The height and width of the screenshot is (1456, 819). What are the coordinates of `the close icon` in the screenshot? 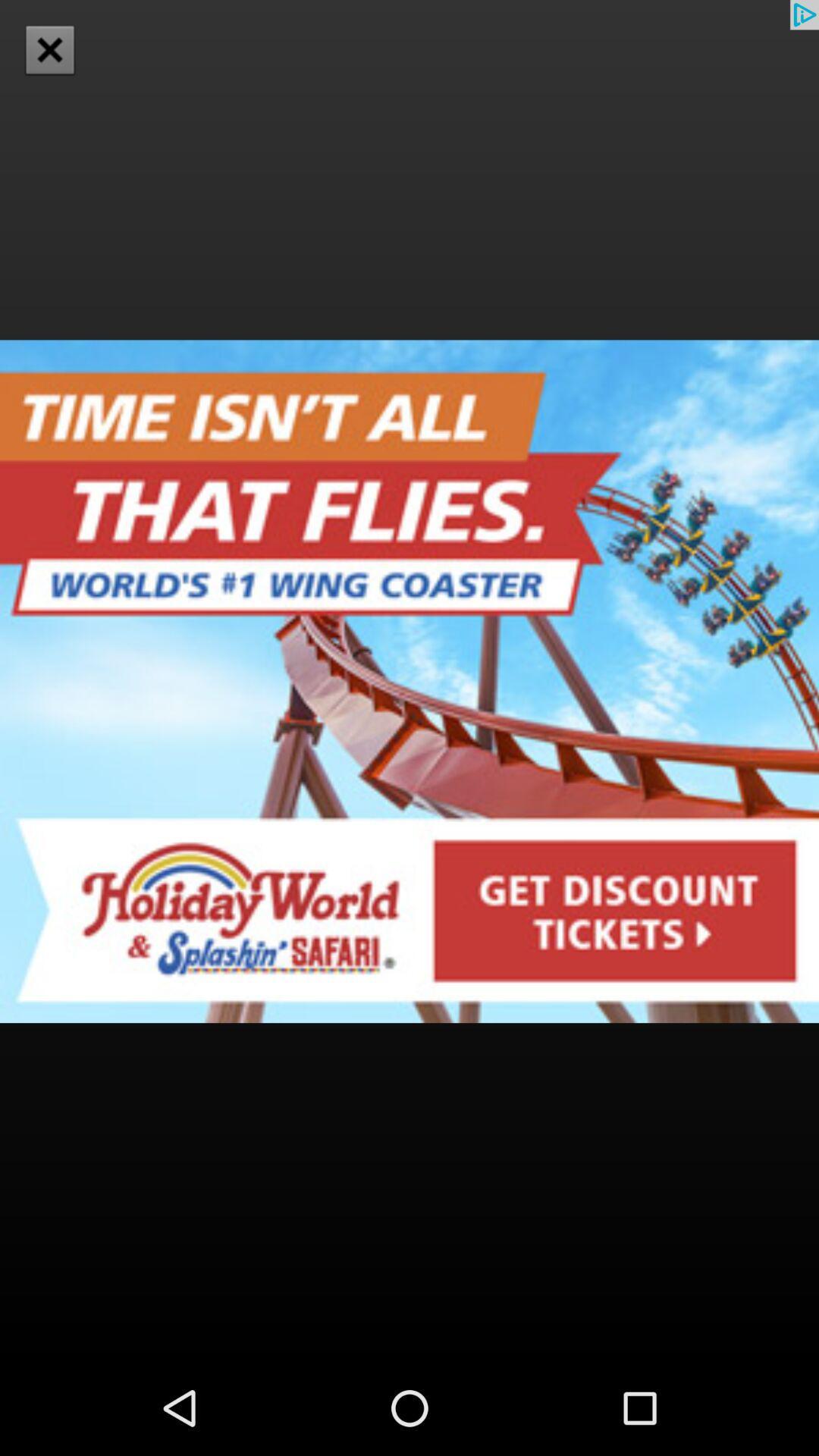 It's located at (49, 53).